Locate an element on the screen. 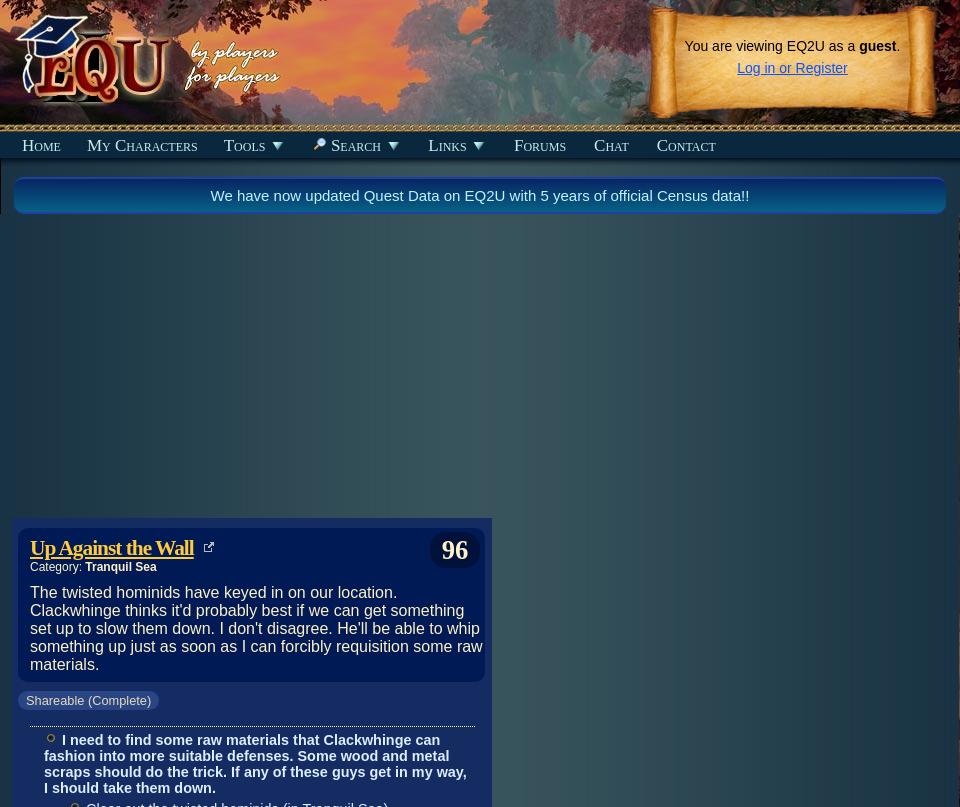 This screenshot has width=960, height=807. 'Links' is located at coordinates (427, 144).